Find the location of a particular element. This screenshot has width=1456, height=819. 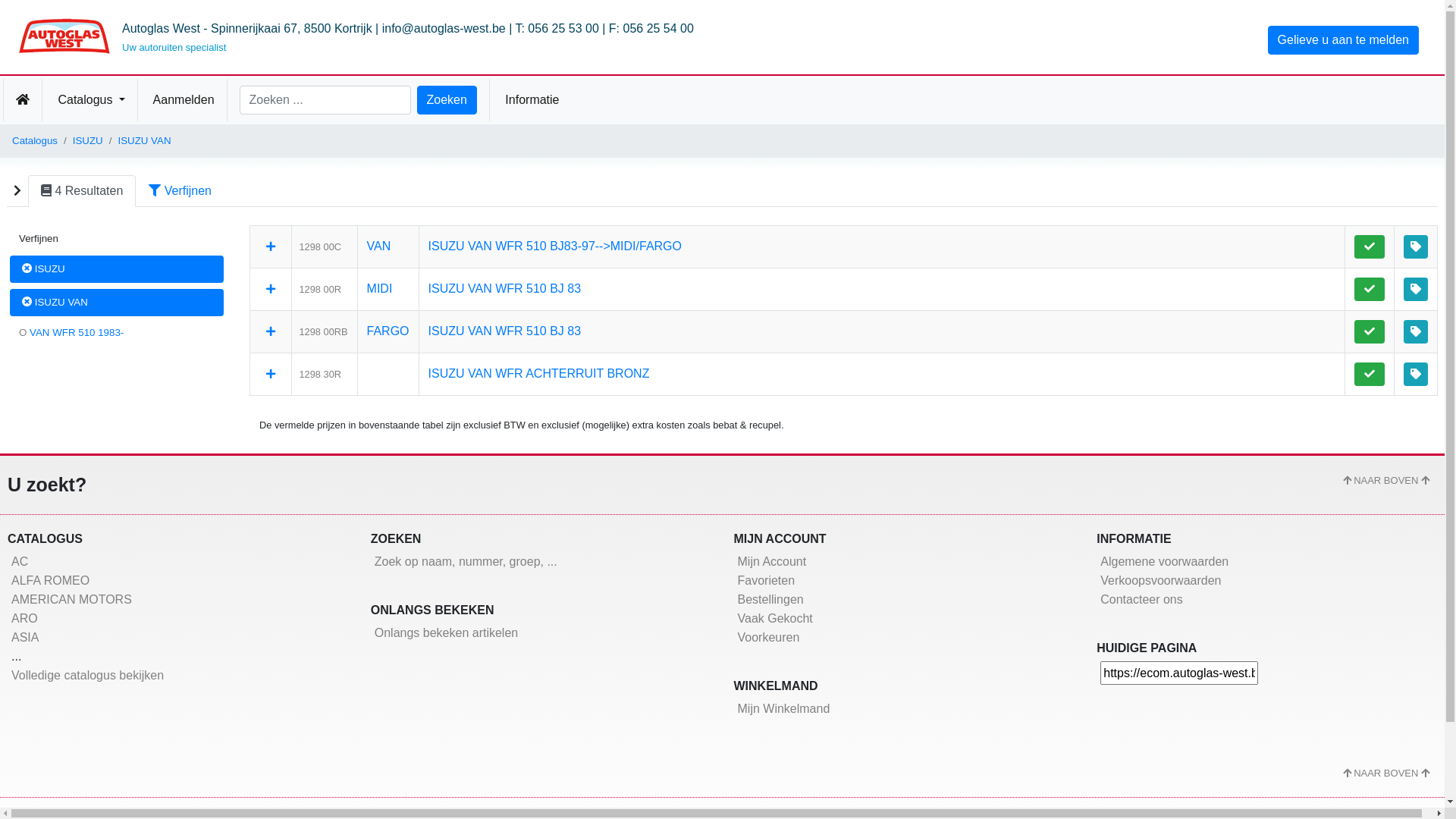

'Mijn Account' is located at coordinates (771, 561).